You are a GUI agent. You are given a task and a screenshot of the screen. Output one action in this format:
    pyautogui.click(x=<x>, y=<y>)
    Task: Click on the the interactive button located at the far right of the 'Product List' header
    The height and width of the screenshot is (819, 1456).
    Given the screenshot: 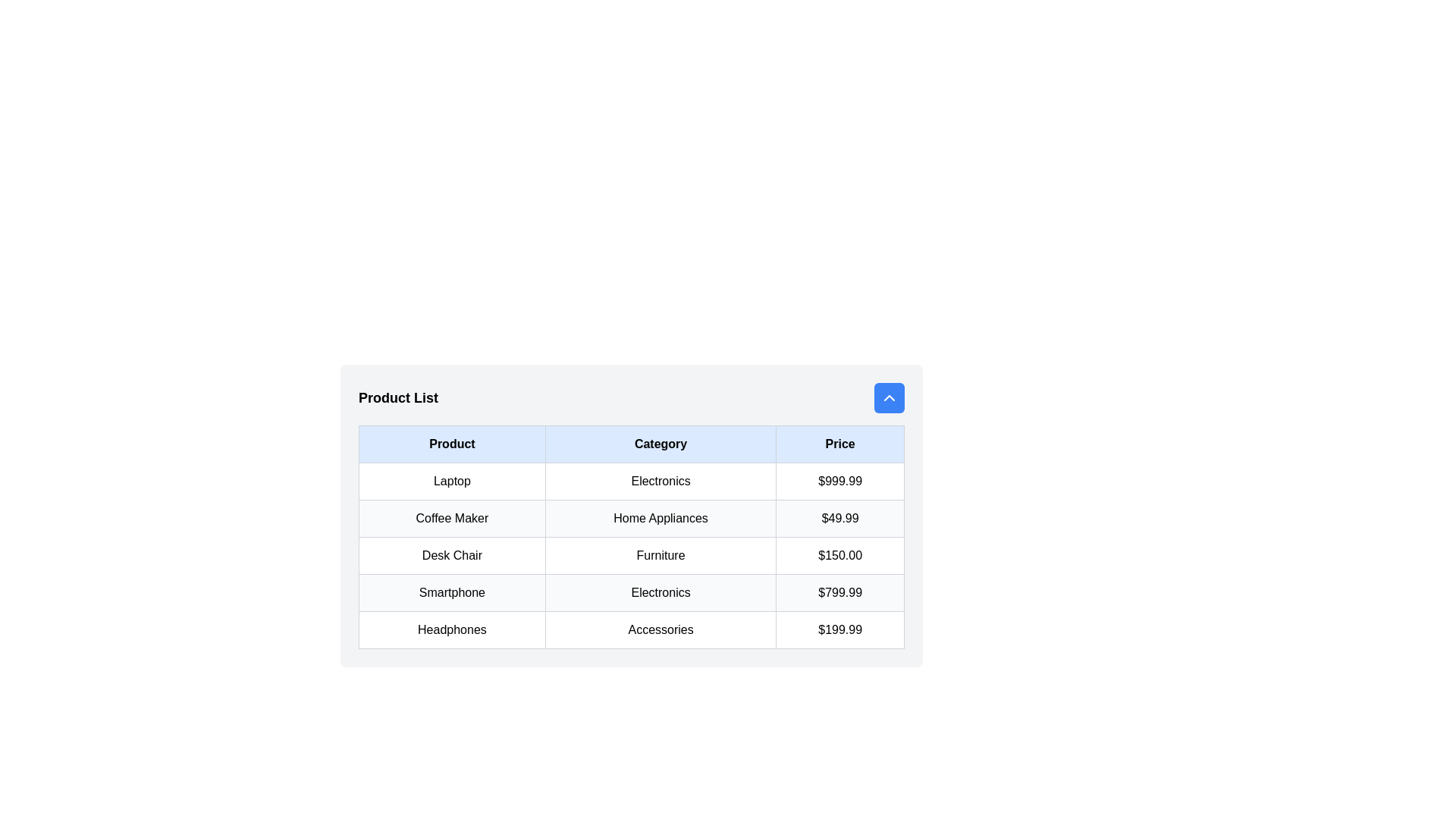 What is the action you would take?
    pyautogui.click(x=889, y=397)
    